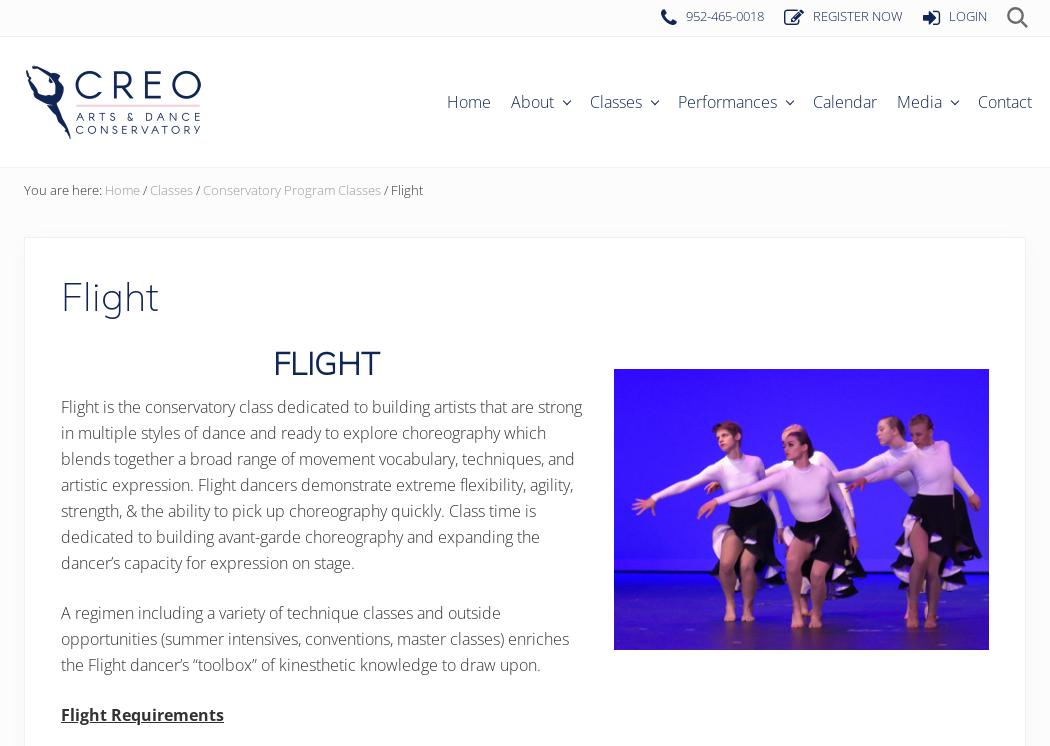  Describe the element at coordinates (1004, 101) in the screenshot. I see `'Contact'` at that location.